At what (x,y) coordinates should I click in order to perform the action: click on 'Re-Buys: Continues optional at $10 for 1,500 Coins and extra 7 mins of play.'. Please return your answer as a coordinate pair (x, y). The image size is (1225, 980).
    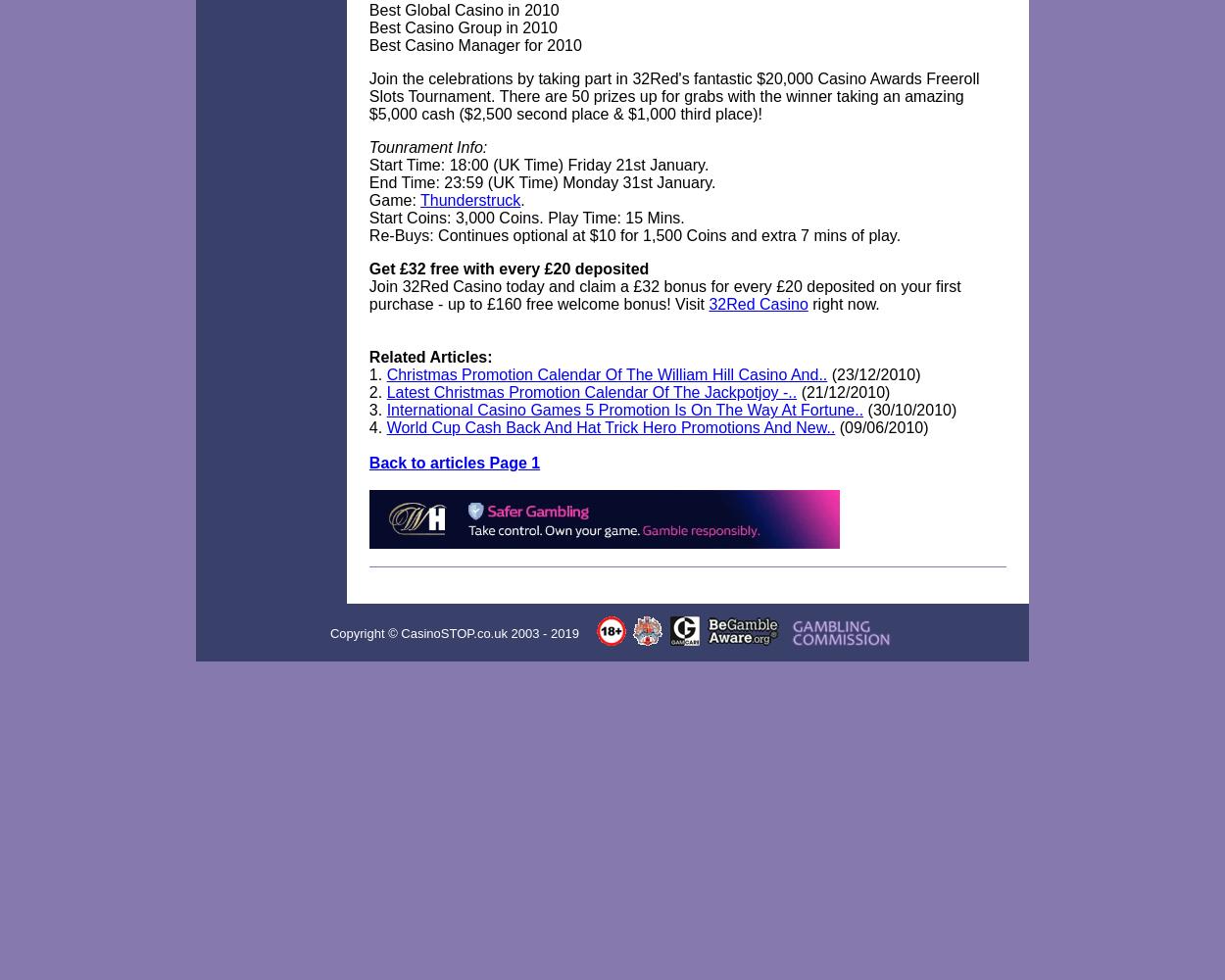
    Looking at the image, I should click on (634, 234).